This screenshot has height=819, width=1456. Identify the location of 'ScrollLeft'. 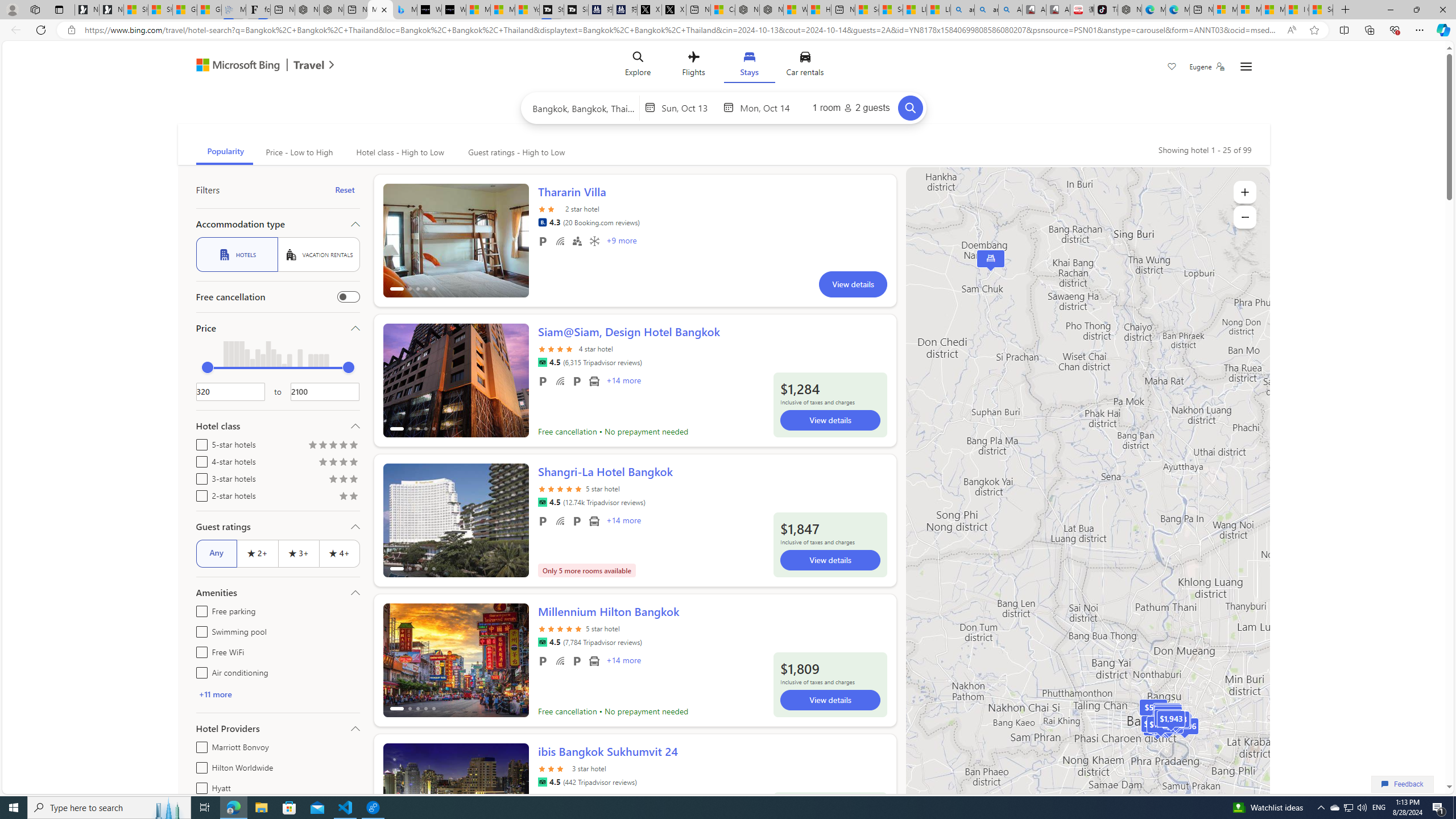
(396, 795).